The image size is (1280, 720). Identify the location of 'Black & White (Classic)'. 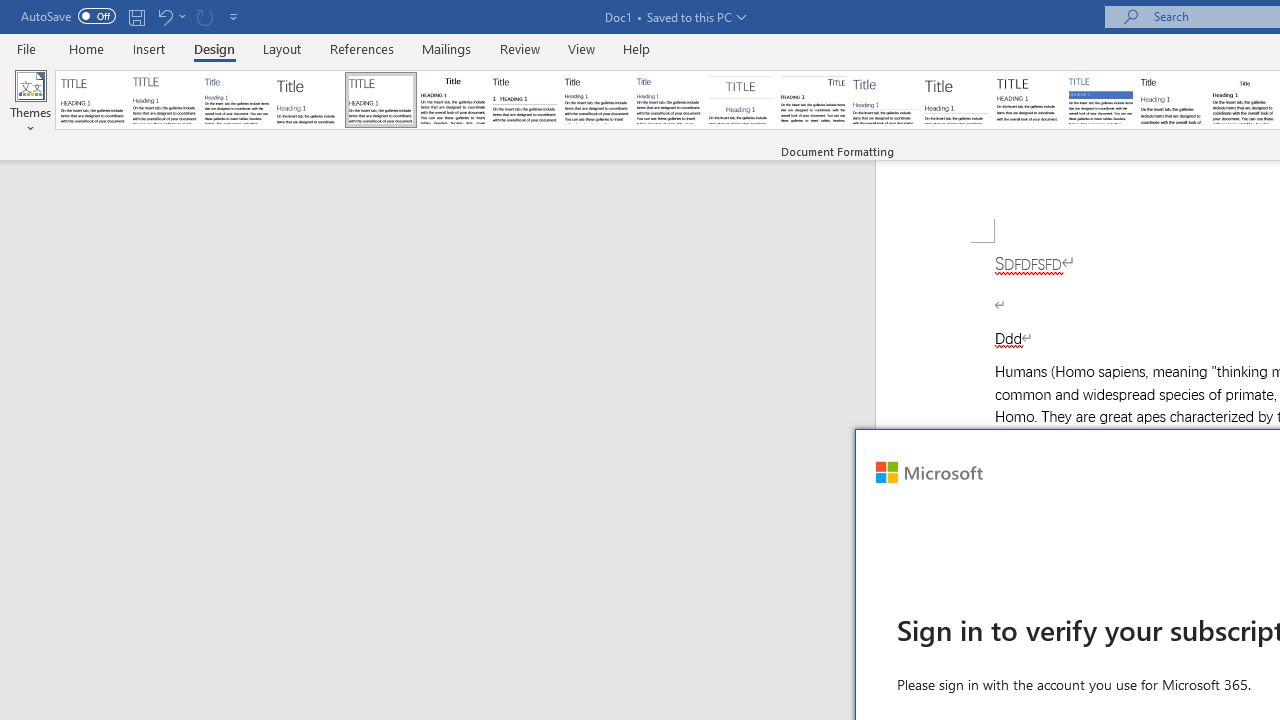
(452, 100).